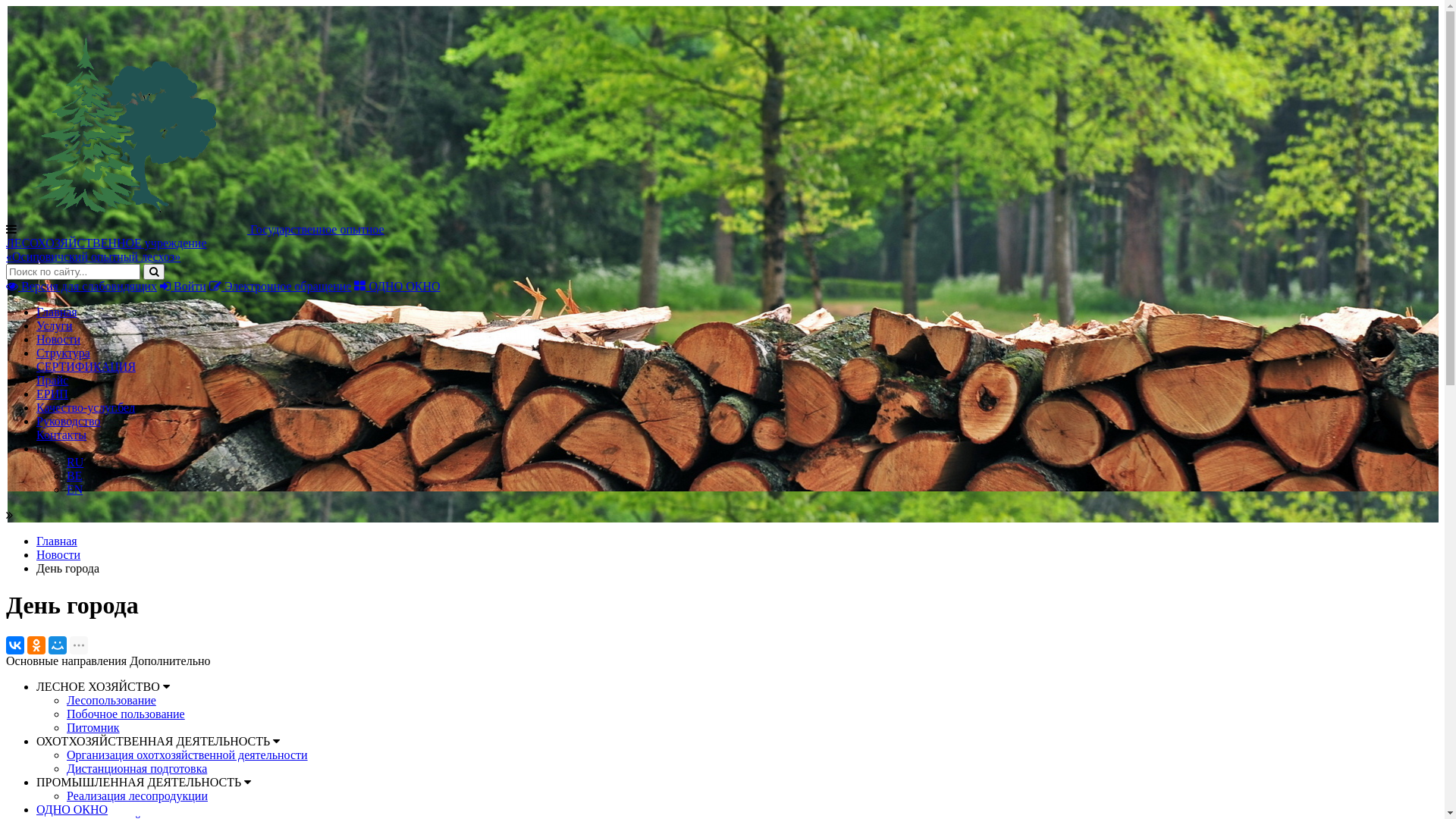 The width and height of the screenshot is (1456, 819). Describe the element at coordinates (73, 475) in the screenshot. I see `'BE'` at that location.